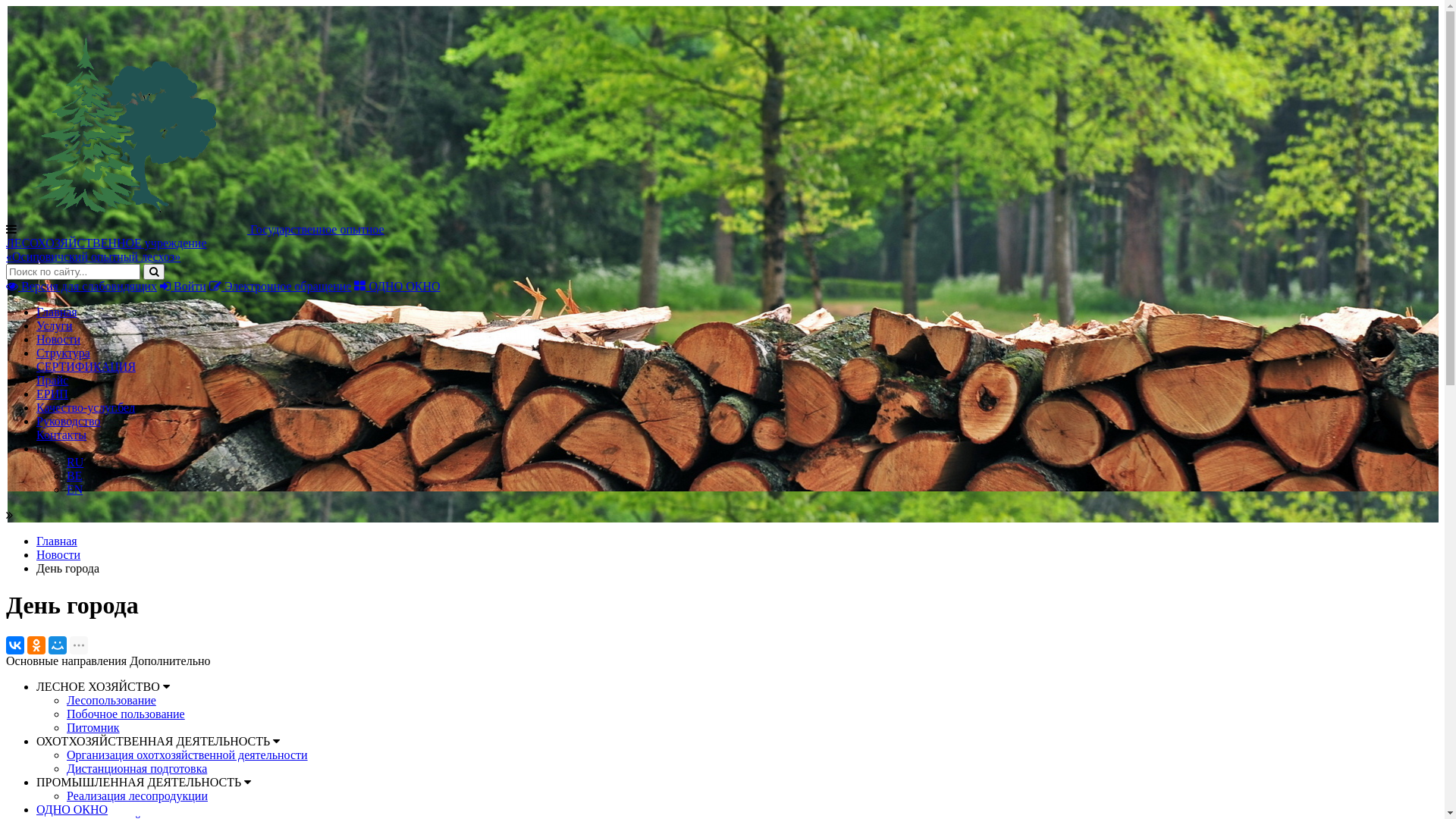 The width and height of the screenshot is (1456, 819). Describe the element at coordinates (73, 475) in the screenshot. I see `'BE'` at that location.